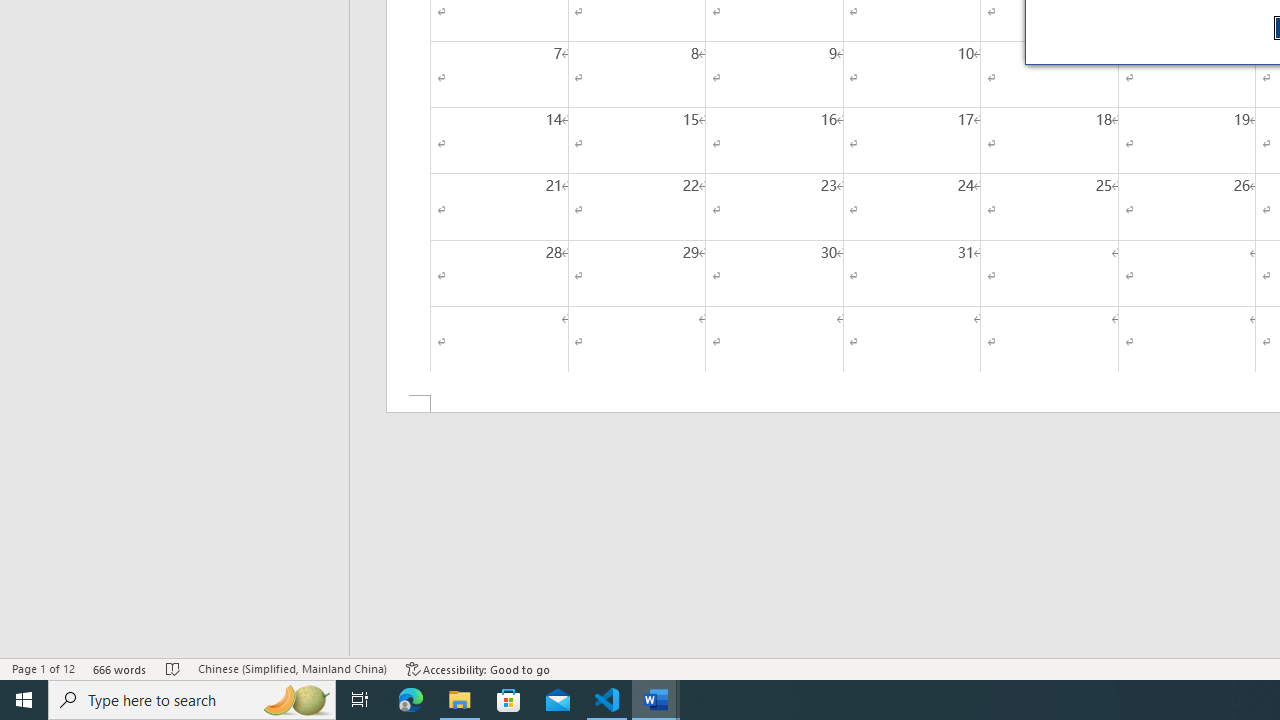 Image resolution: width=1280 pixels, height=720 pixels. I want to click on 'Spelling and Grammar Check No Errors', so click(173, 669).